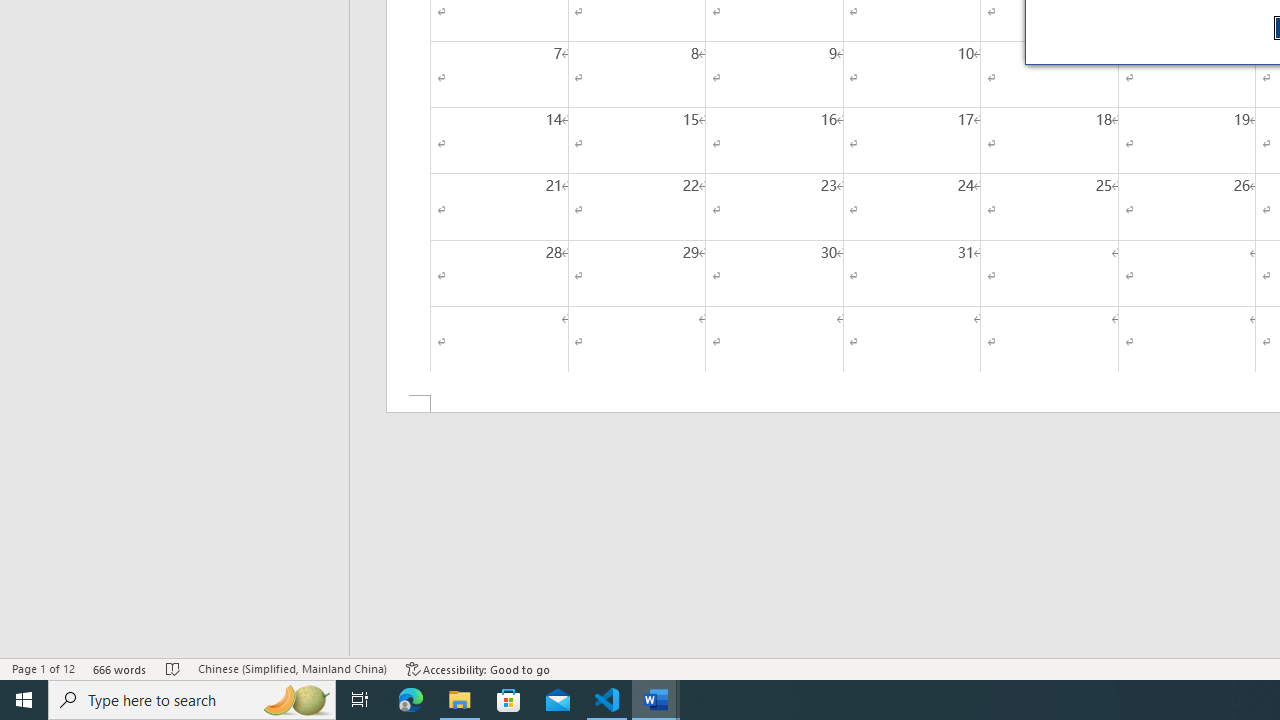 Image resolution: width=1280 pixels, height=720 pixels. I want to click on 'Spelling and Grammar Check No Errors', so click(173, 669).